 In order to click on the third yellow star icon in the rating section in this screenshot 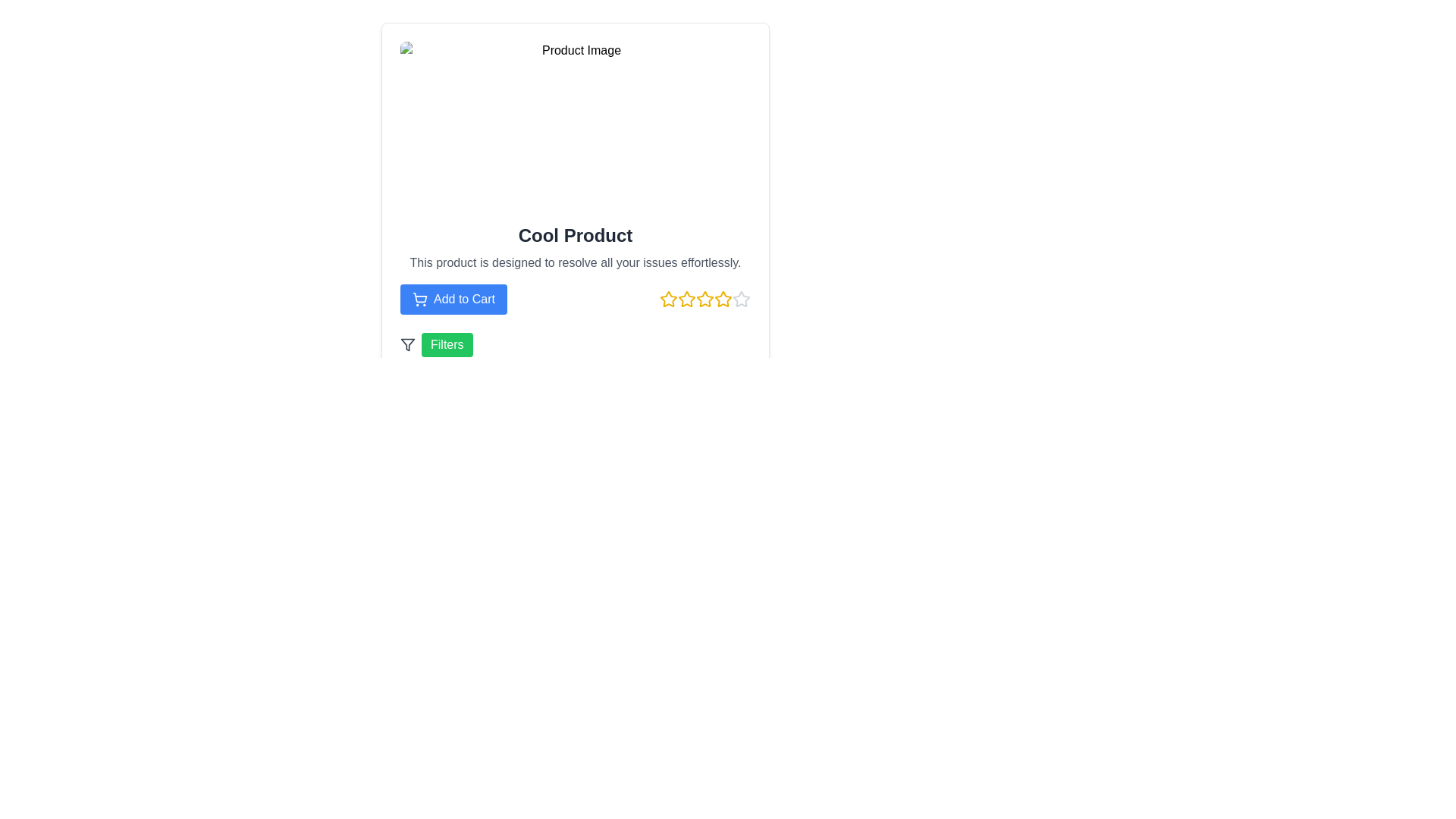, I will do `click(686, 299)`.